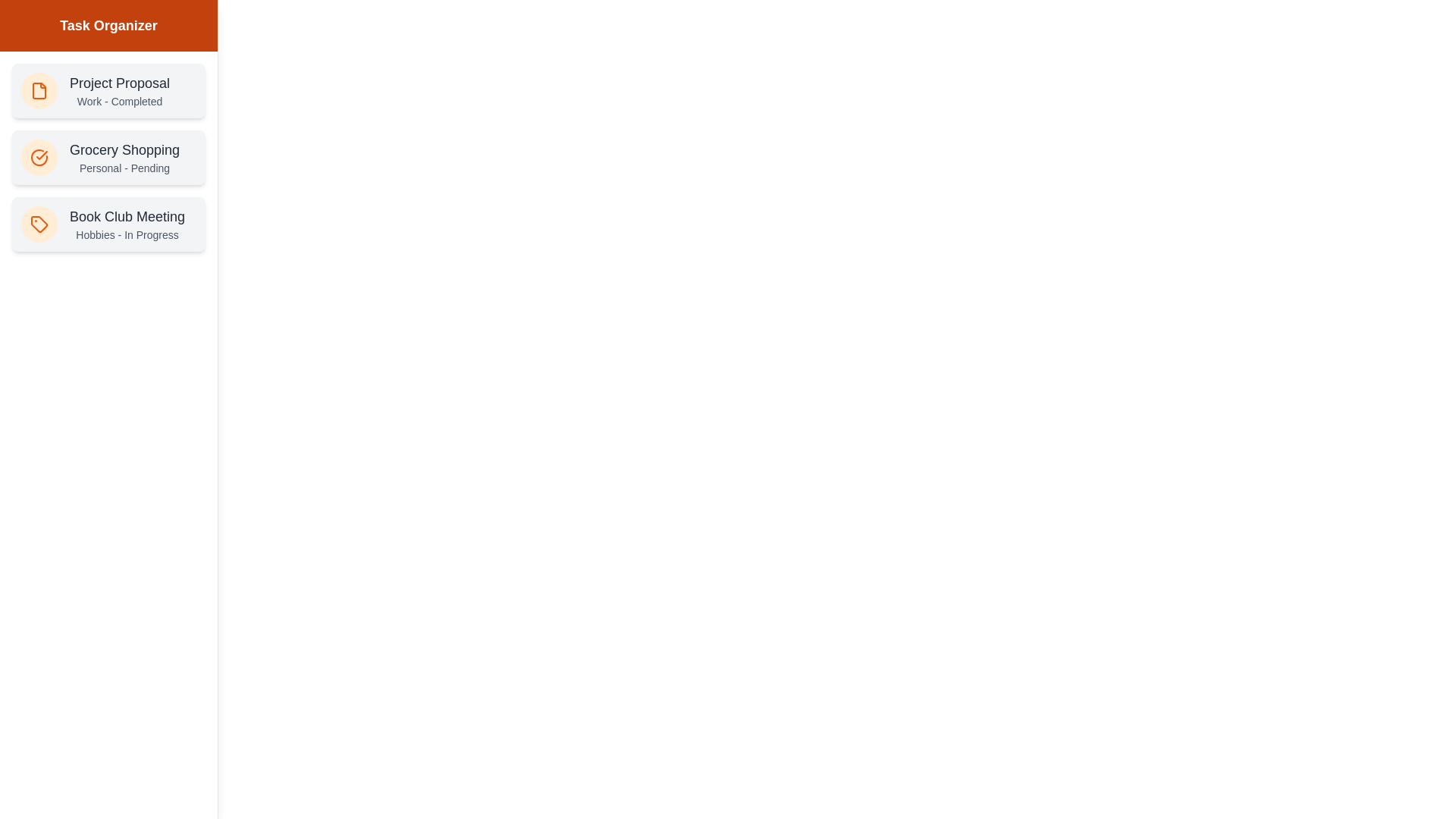  What do you see at coordinates (108, 224) in the screenshot?
I see `the task item Book Club Meeting from the list` at bounding box center [108, 224].